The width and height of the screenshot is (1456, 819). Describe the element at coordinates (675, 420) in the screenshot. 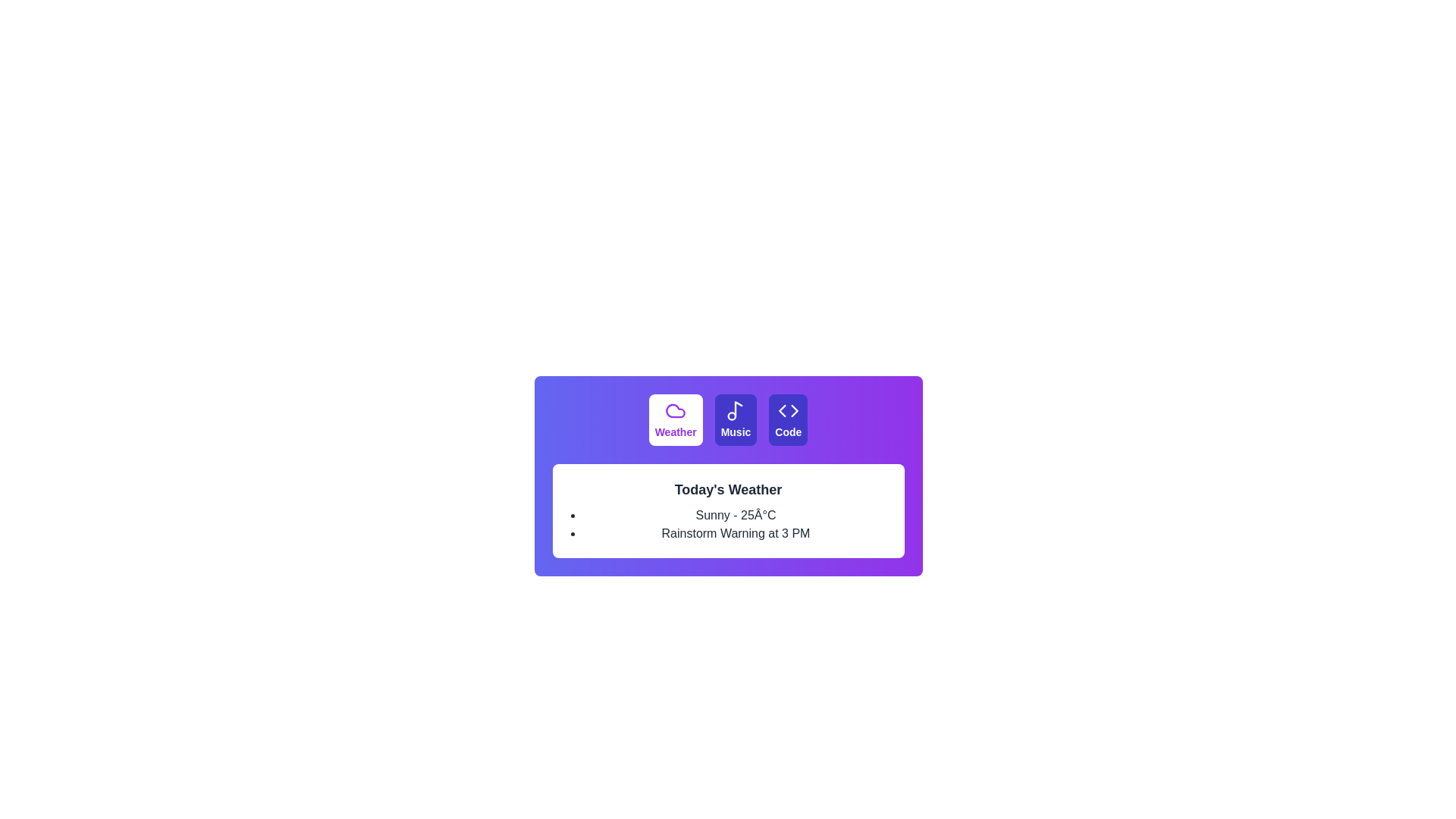

I see `the first button in the top-center navigation group which provides access to weather-related information` at that location.